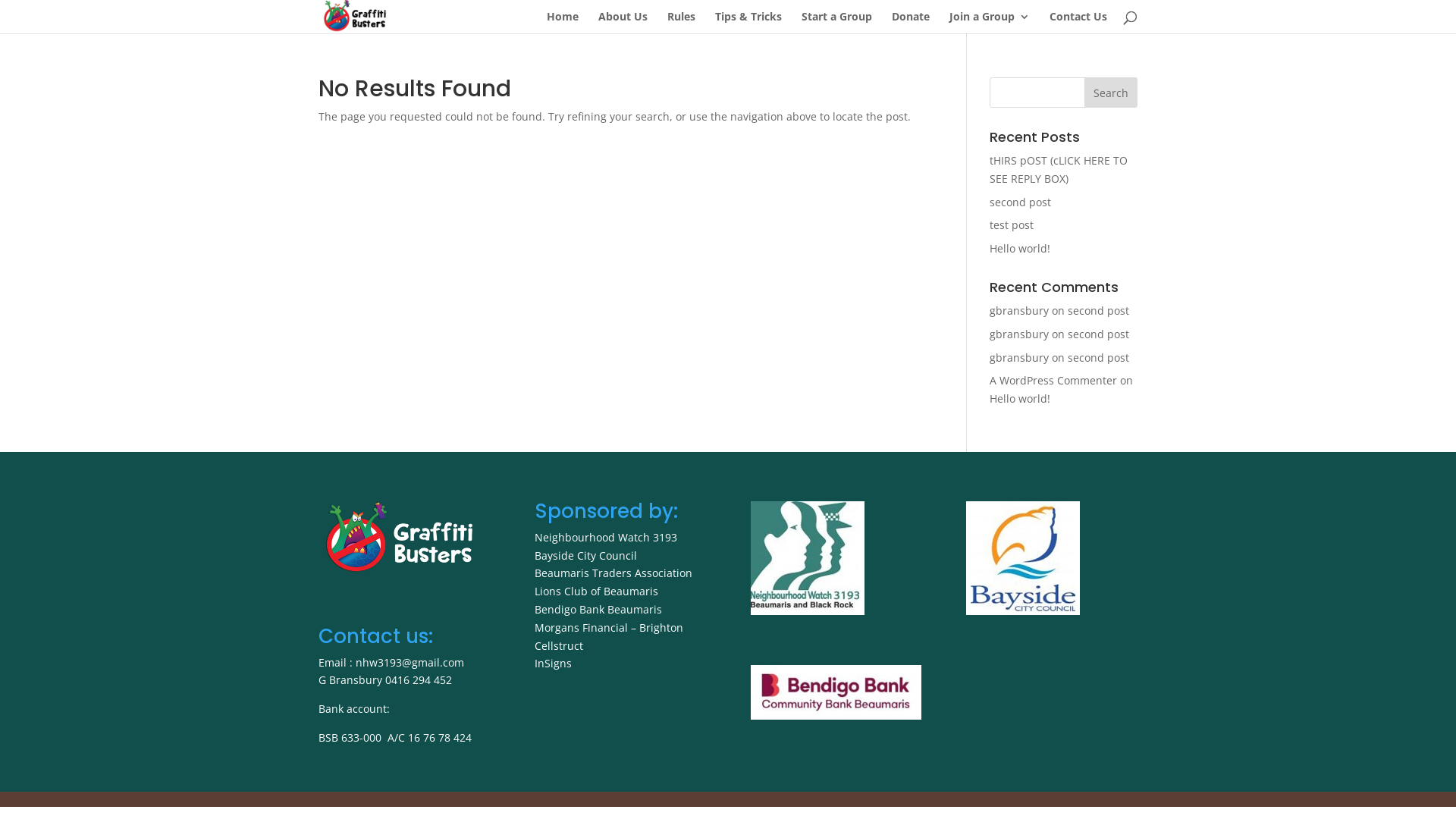 The width and height of the screenshot is (1456, 819). Describe the element at coordinates (1019, 357) in the screenshot. I see `'gbransbury'` at that location.